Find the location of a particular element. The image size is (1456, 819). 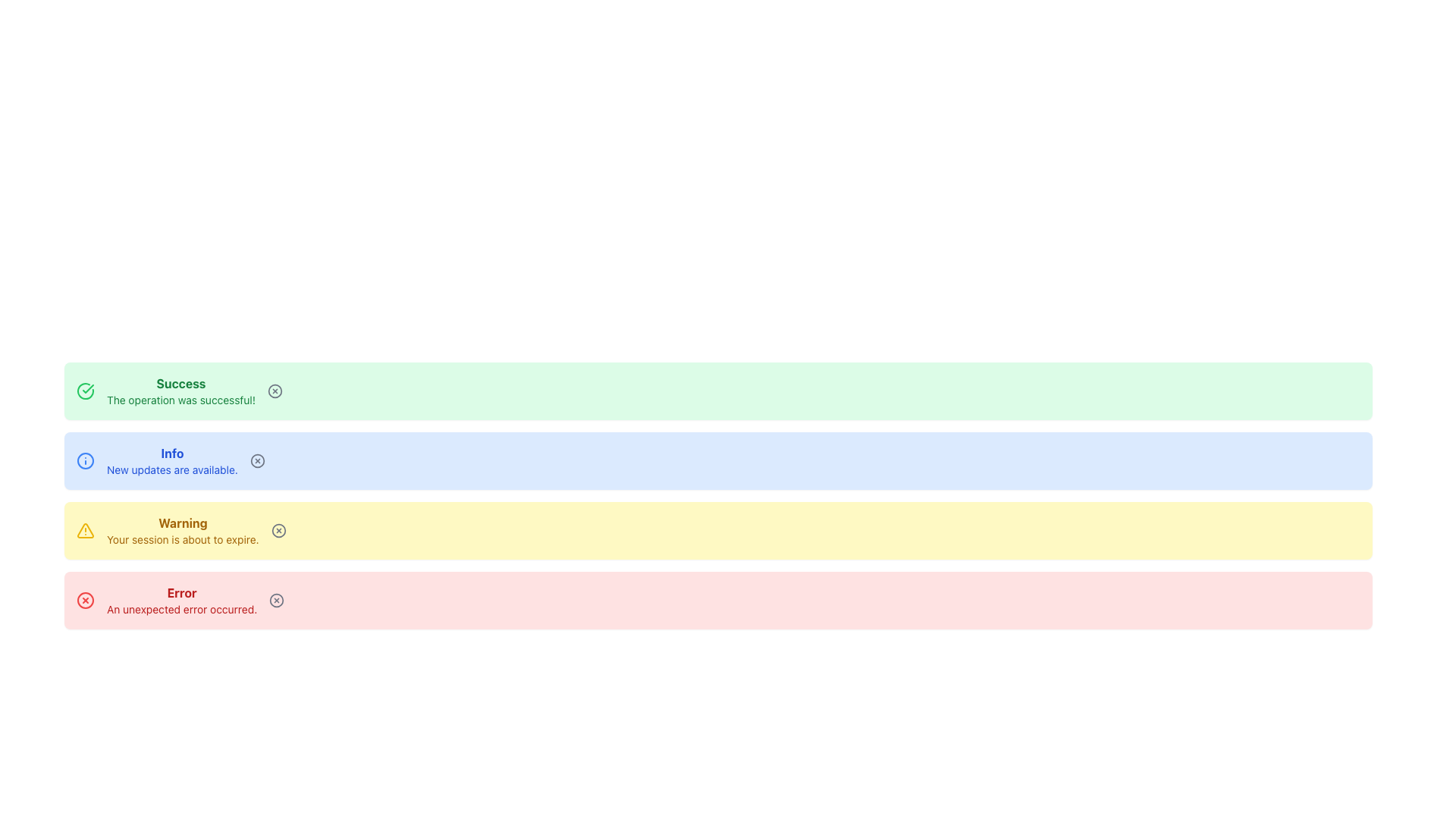

the text label that provides detailed feedback about the success of an operation, located below the 'Success' heading in the green notification box is located at coordinates (181, 400).